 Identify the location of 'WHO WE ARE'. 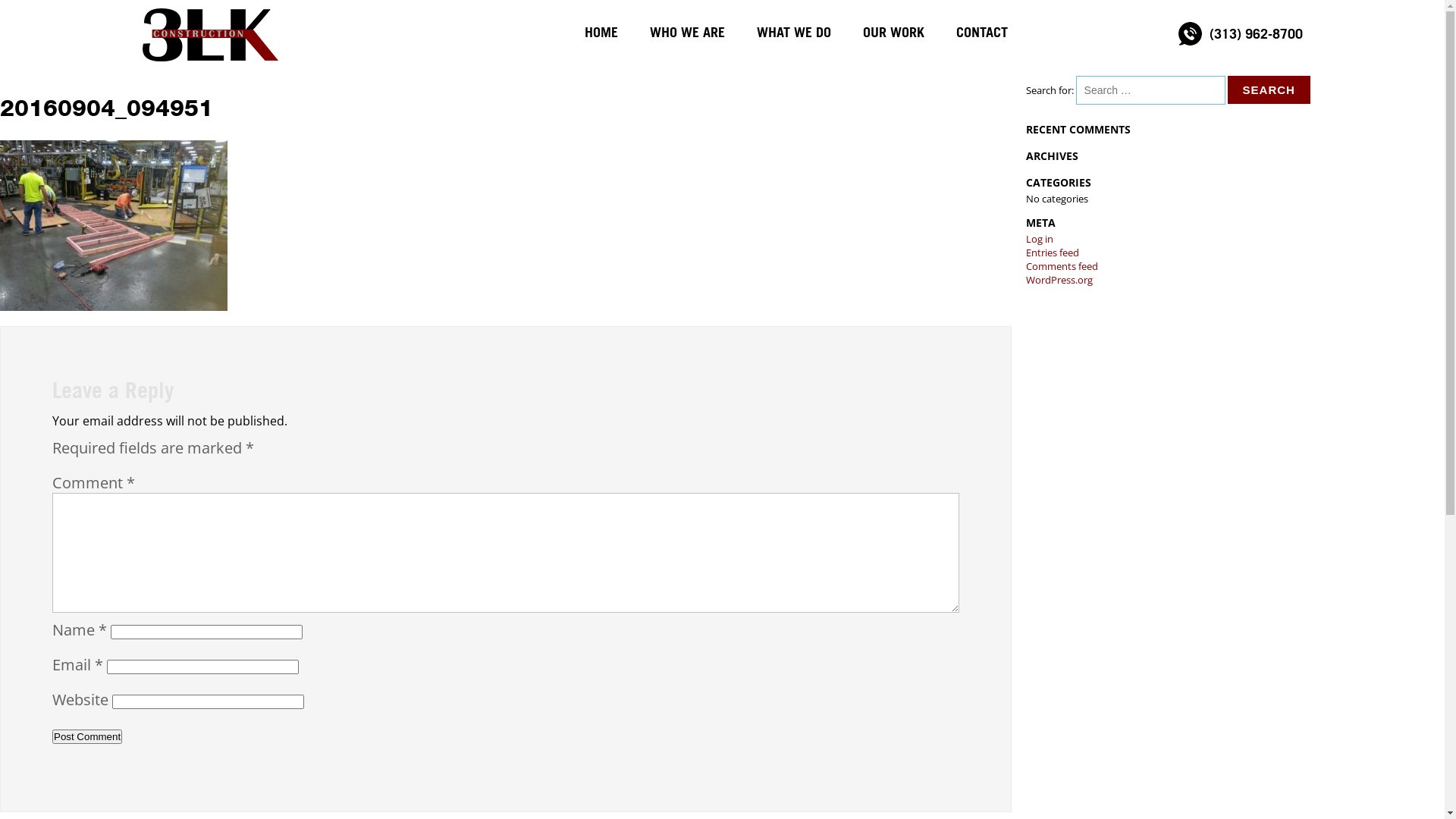
(686, 32).